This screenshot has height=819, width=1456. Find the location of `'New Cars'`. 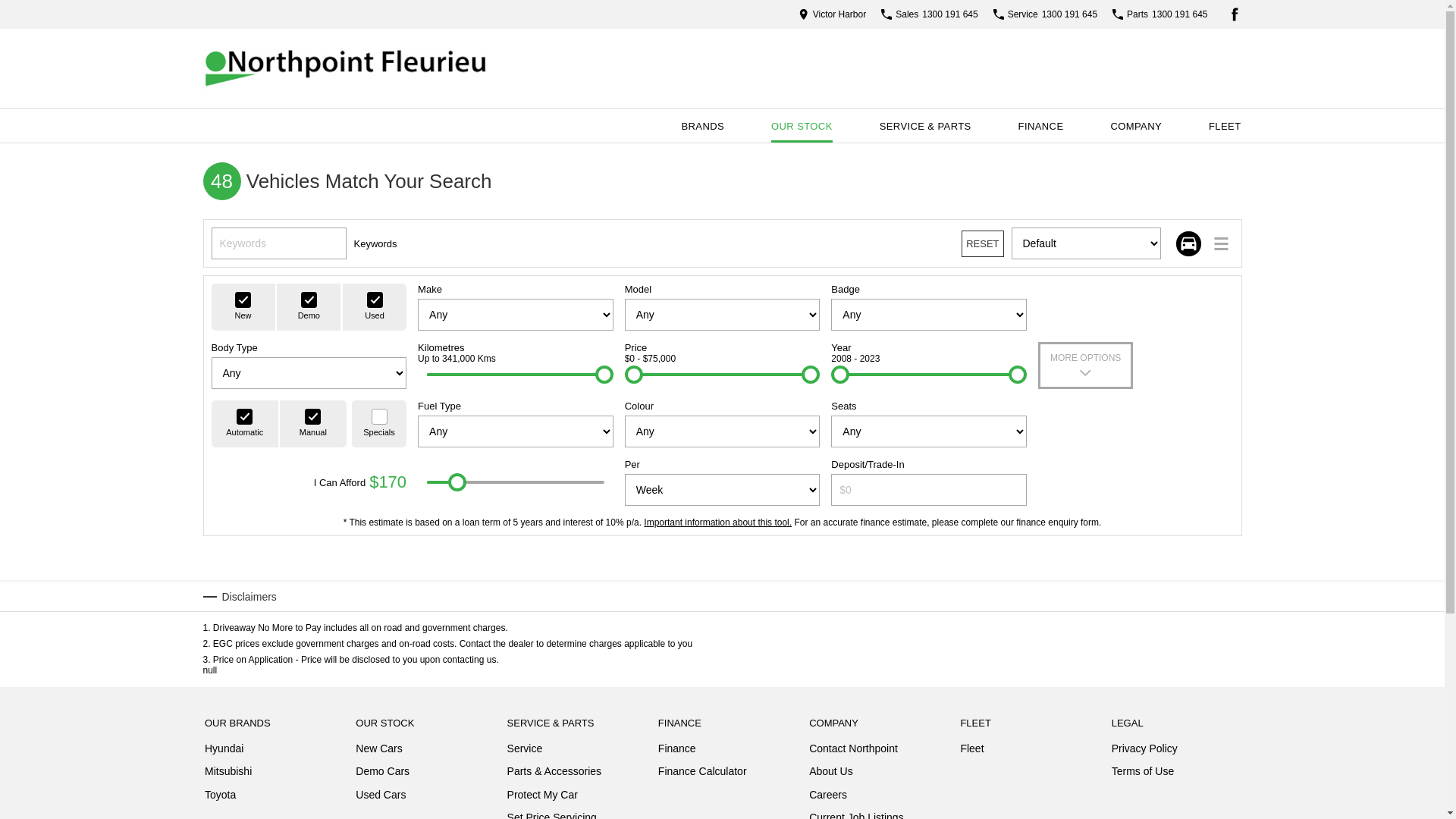

'New Cars' is located at coordinates (378, 752).